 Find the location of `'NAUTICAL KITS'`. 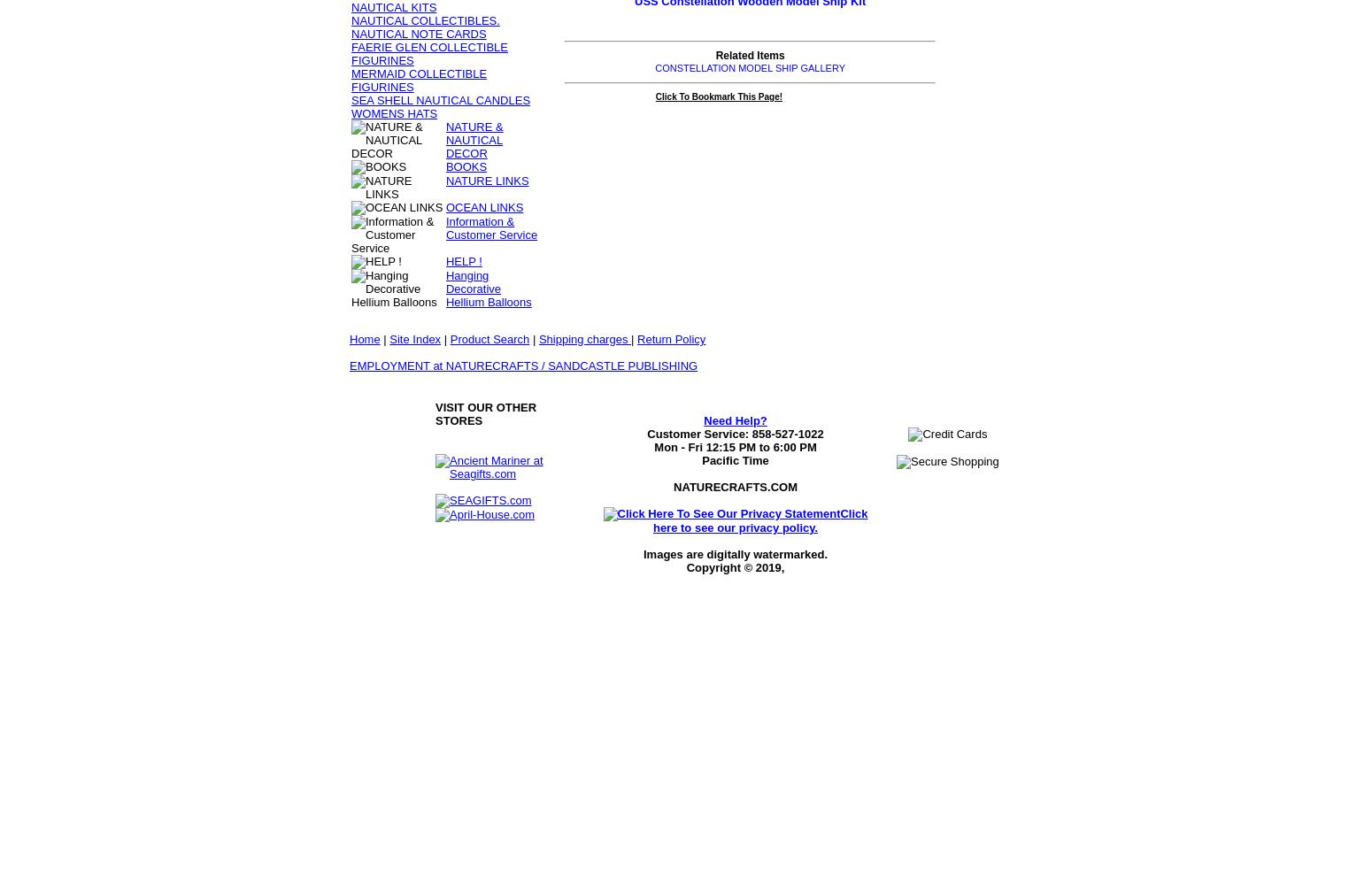

'NAUTICAL KITS' is located at coordinates (394, 7).